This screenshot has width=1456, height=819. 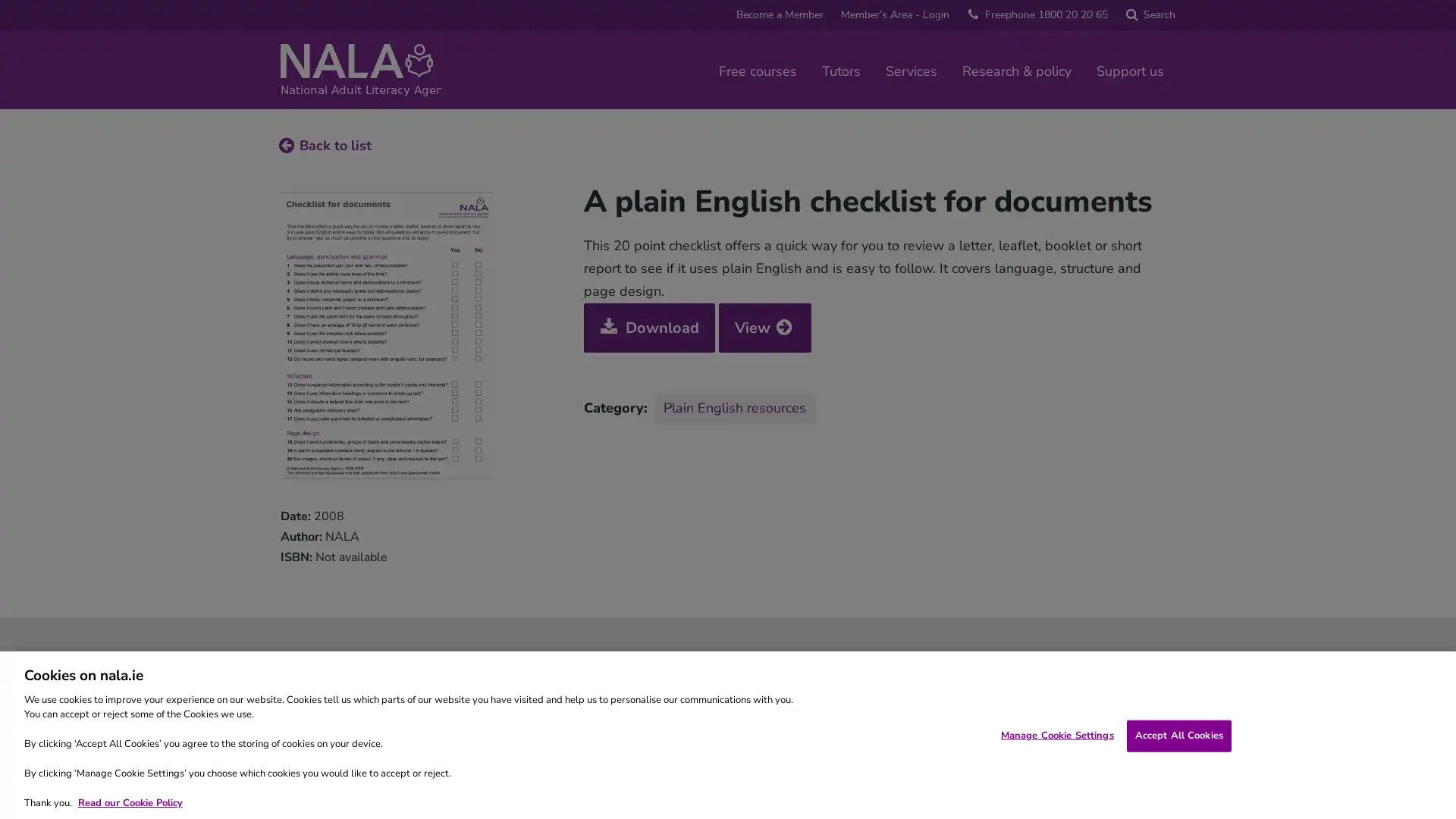 I want to click on Search, so click(x=1150, y=14).